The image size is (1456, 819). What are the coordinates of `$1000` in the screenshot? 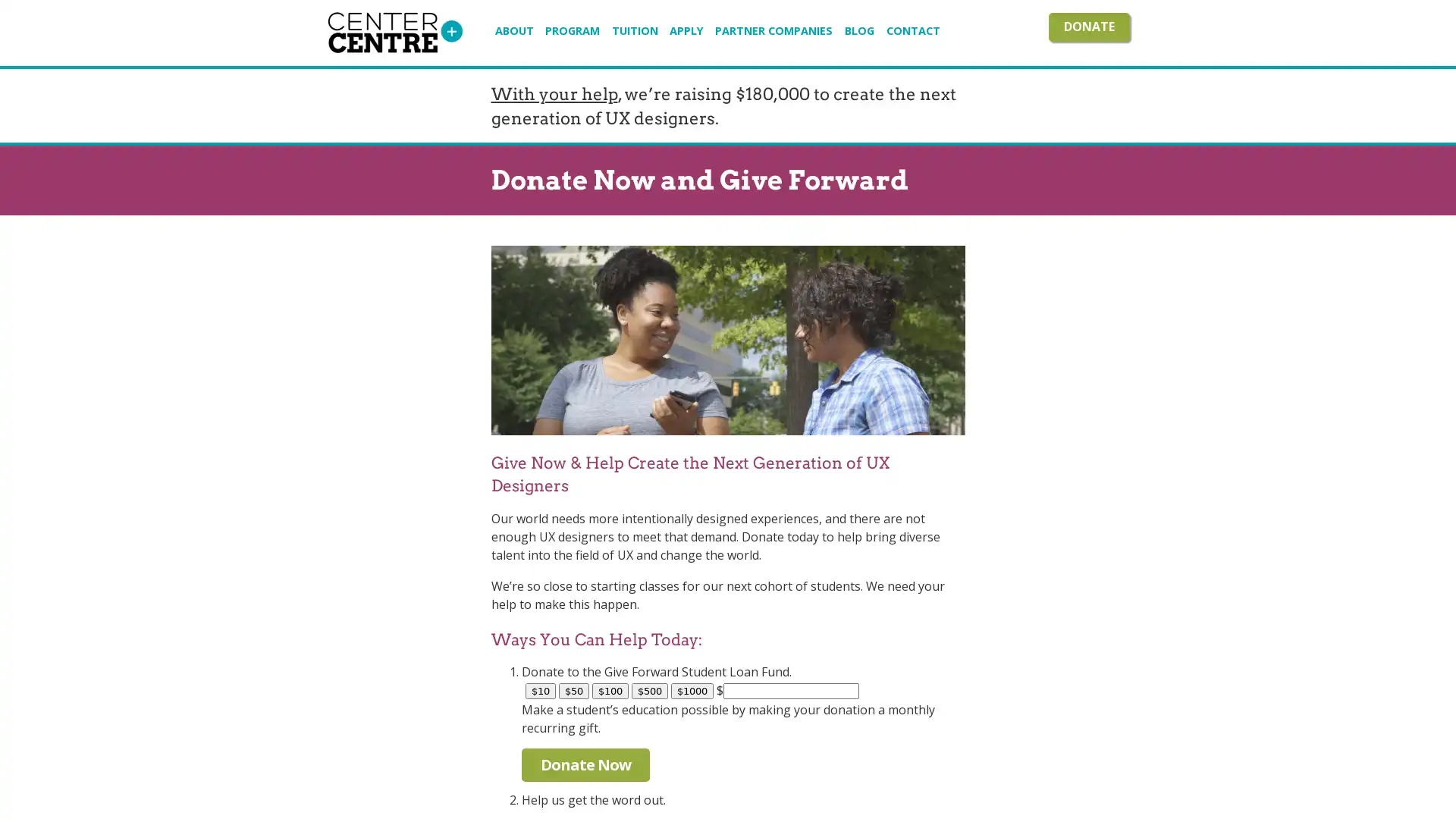 It's located at (691, 690).